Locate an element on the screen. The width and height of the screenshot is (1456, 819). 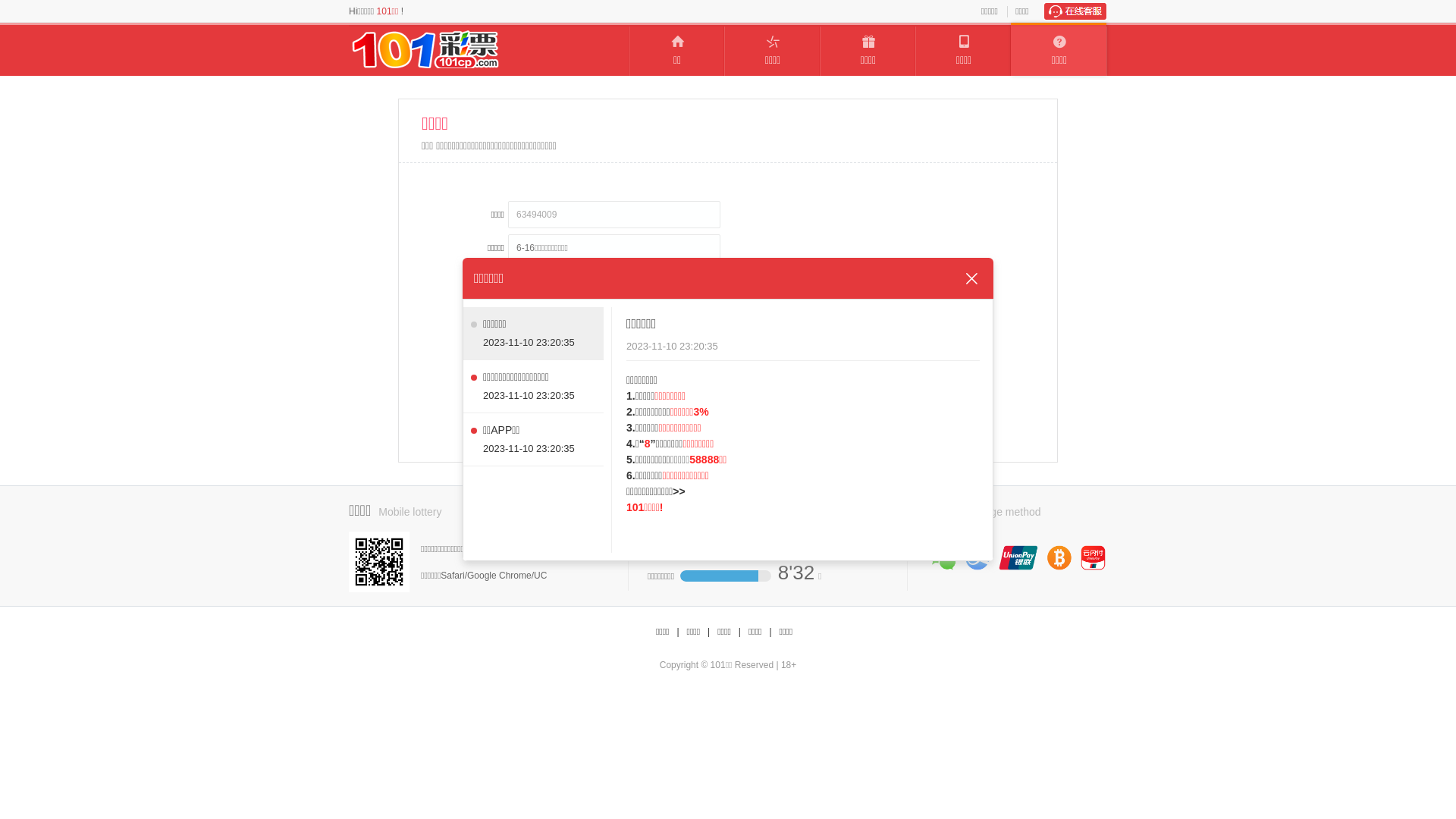
'|' is located at coordinates (770, 632).